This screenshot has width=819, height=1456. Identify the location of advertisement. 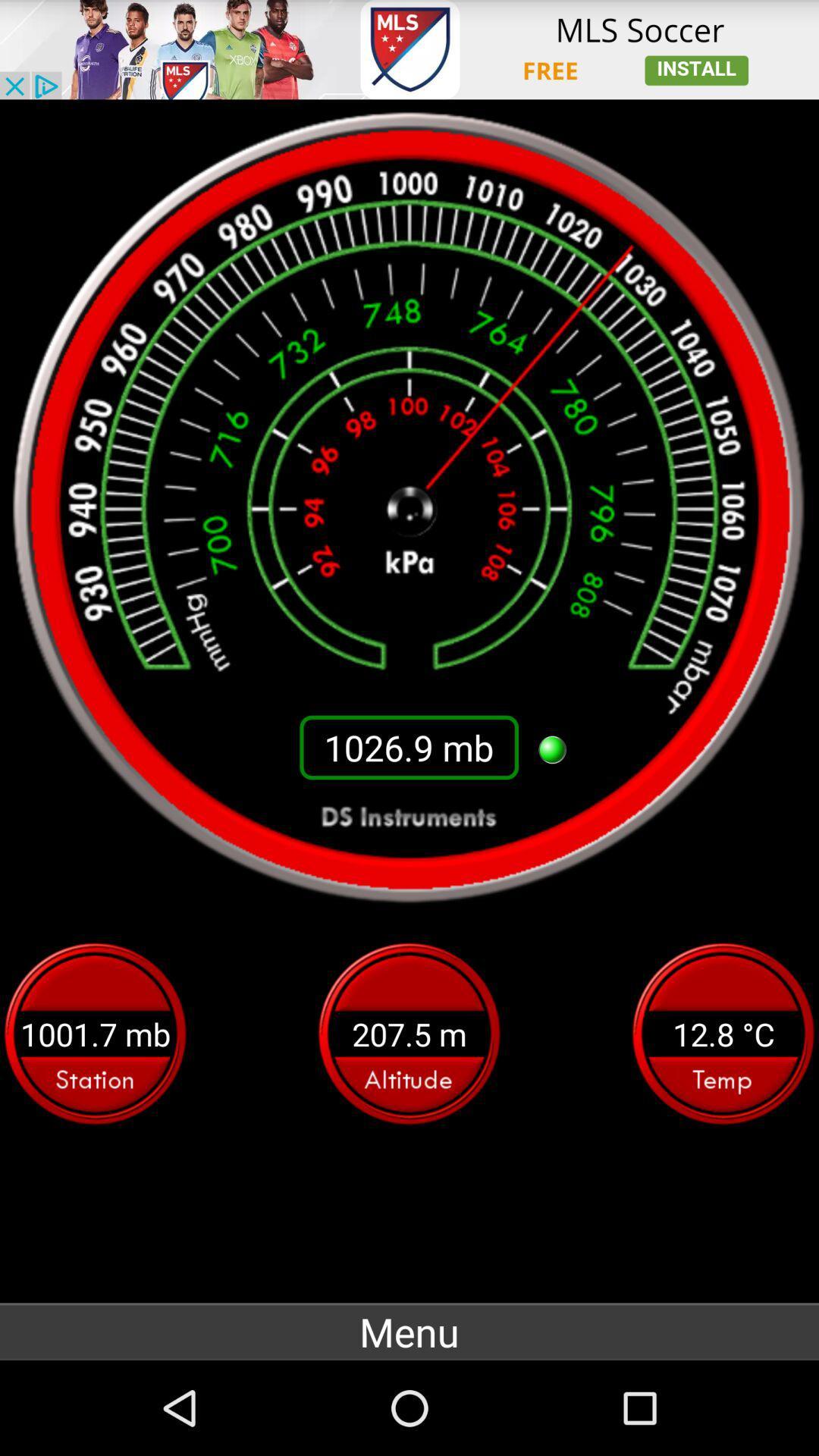
(409, 49).